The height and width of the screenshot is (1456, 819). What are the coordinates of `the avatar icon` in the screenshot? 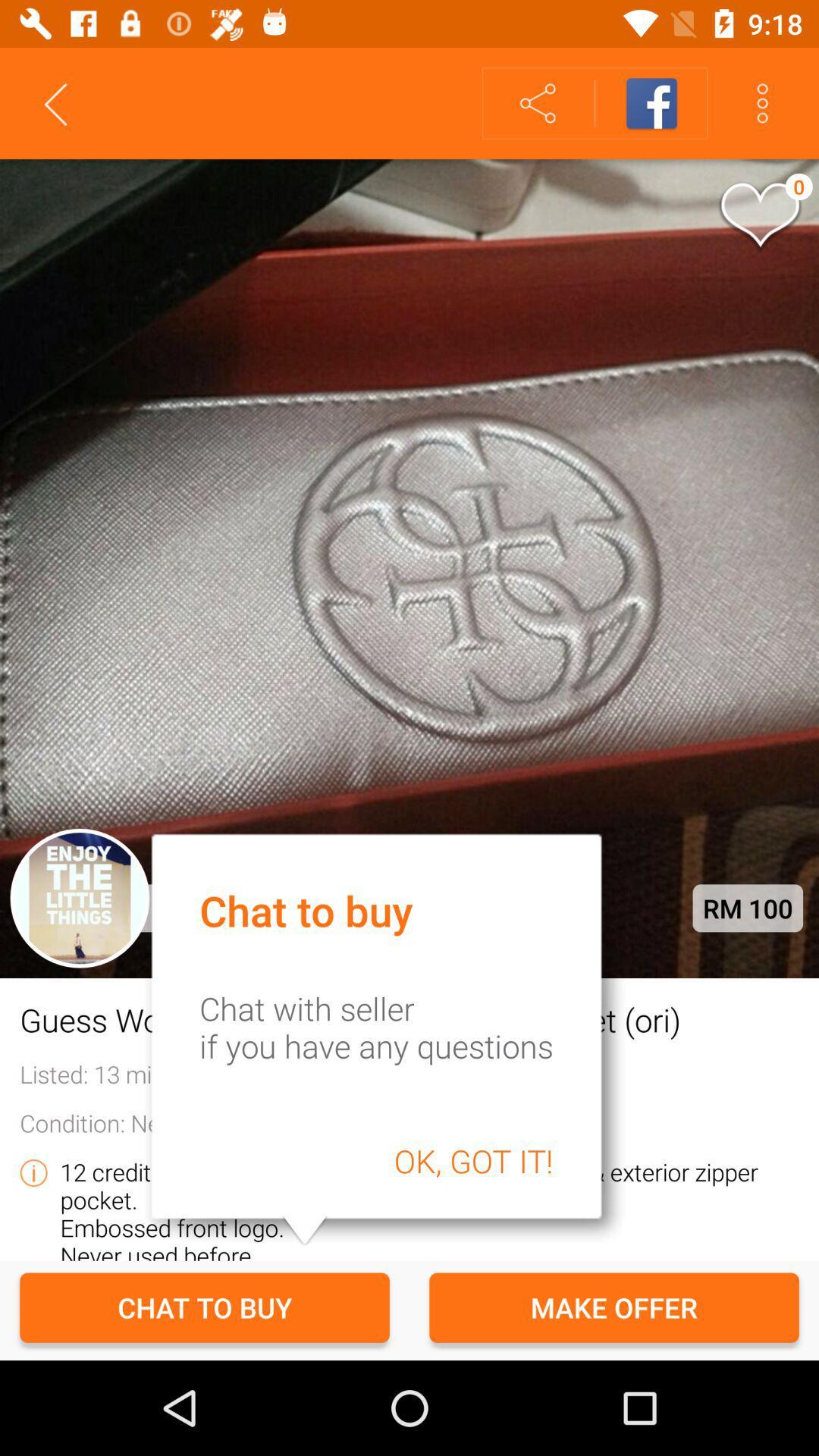 It's located at (80, 898).